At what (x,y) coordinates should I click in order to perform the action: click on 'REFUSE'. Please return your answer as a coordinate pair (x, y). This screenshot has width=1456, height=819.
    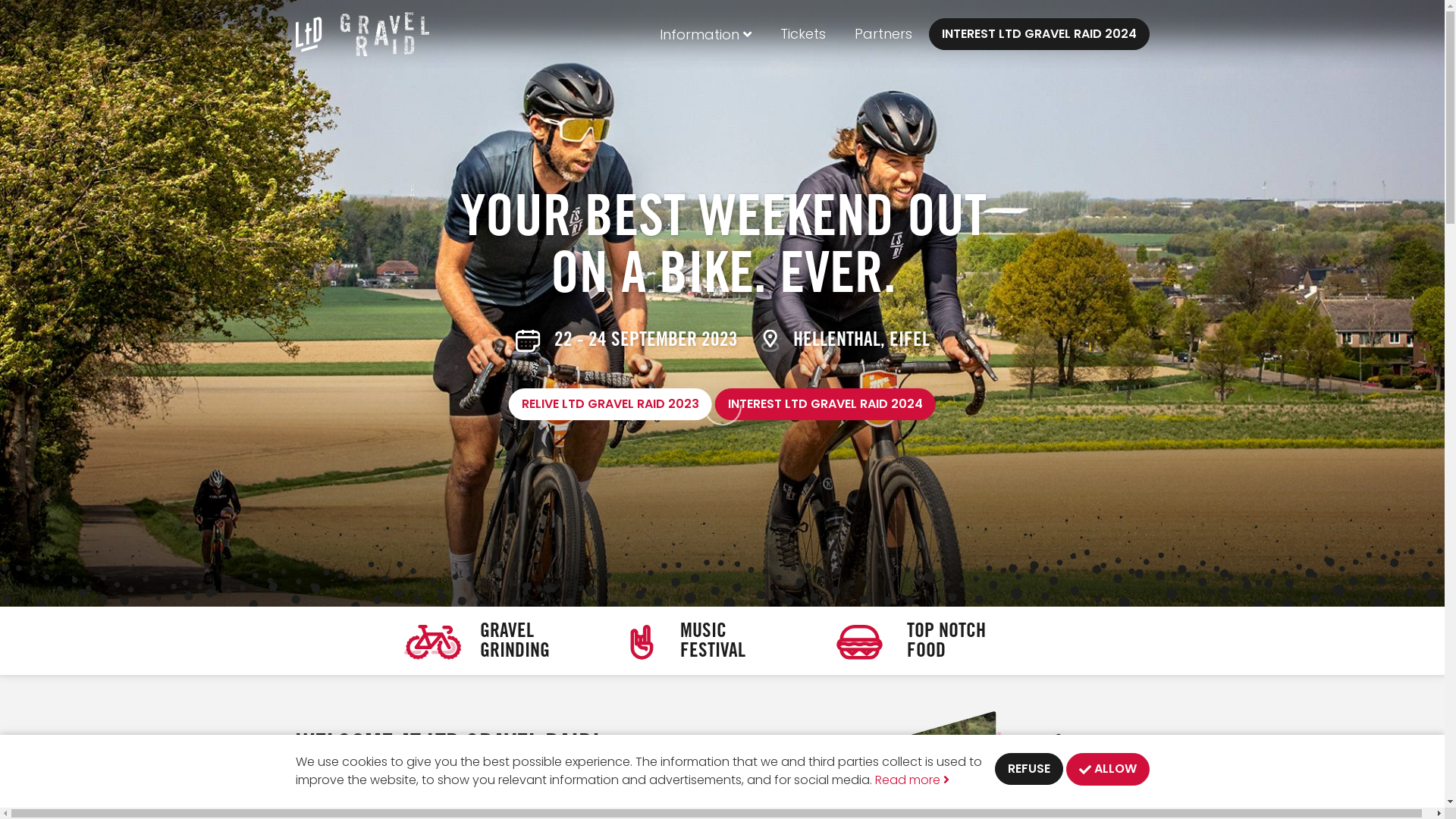
    Looking at the image, I should click on (1029, 769).